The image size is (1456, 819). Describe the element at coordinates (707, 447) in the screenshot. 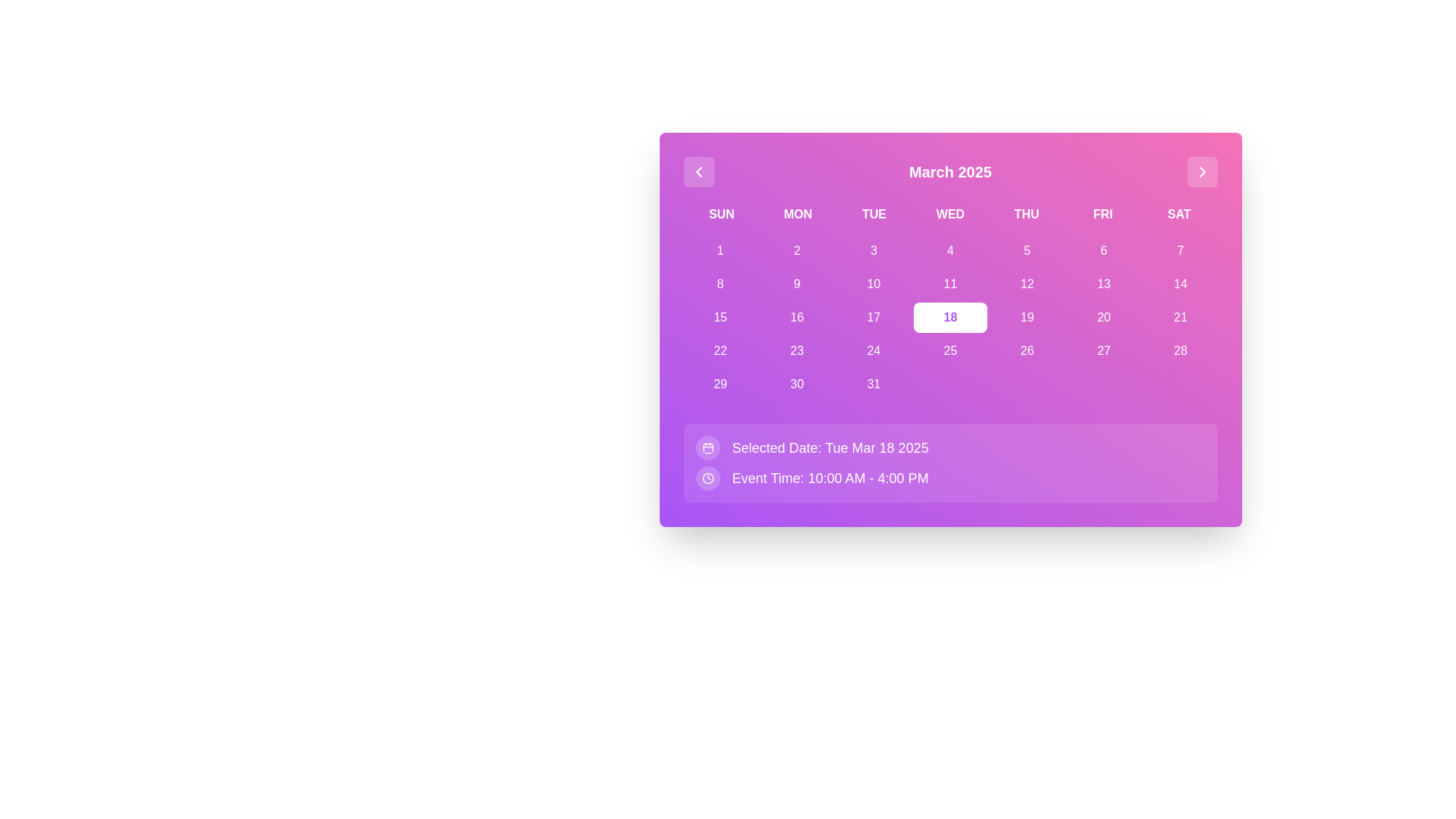

I see `the circular calendar icon with a white background and border, located to the left of the text 'Selected Date: Tue Mar 18 2025'` at that location.